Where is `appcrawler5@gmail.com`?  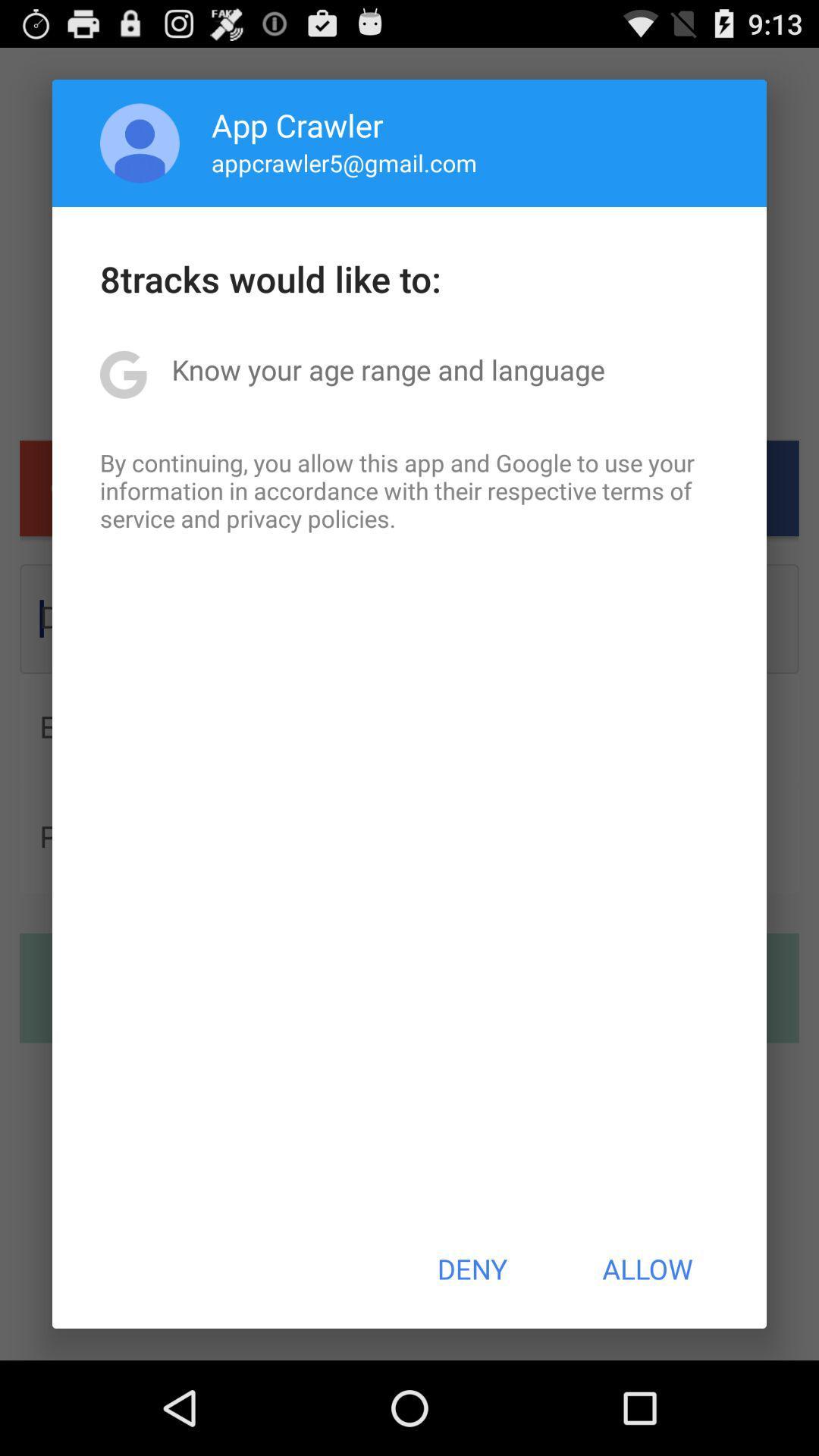
appcrawler5@gmail.com is located at coordinates (344, 162).